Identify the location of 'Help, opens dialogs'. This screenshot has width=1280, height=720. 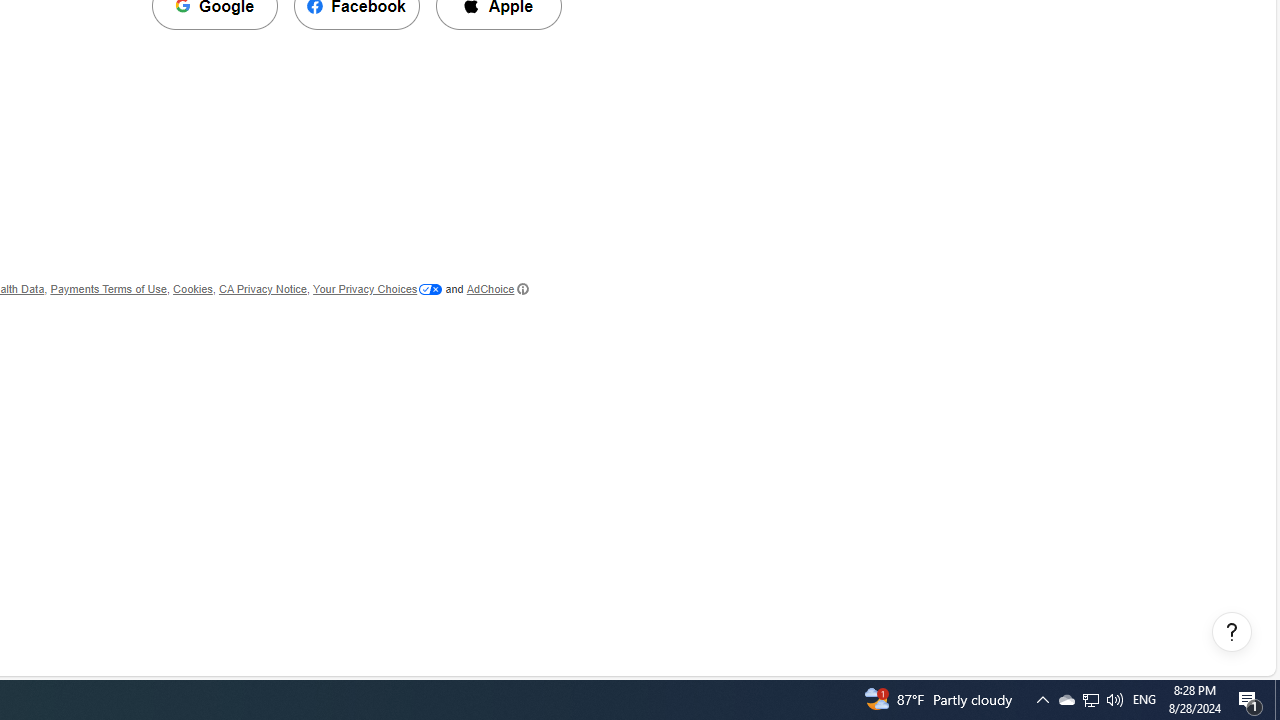
(1231, 632).